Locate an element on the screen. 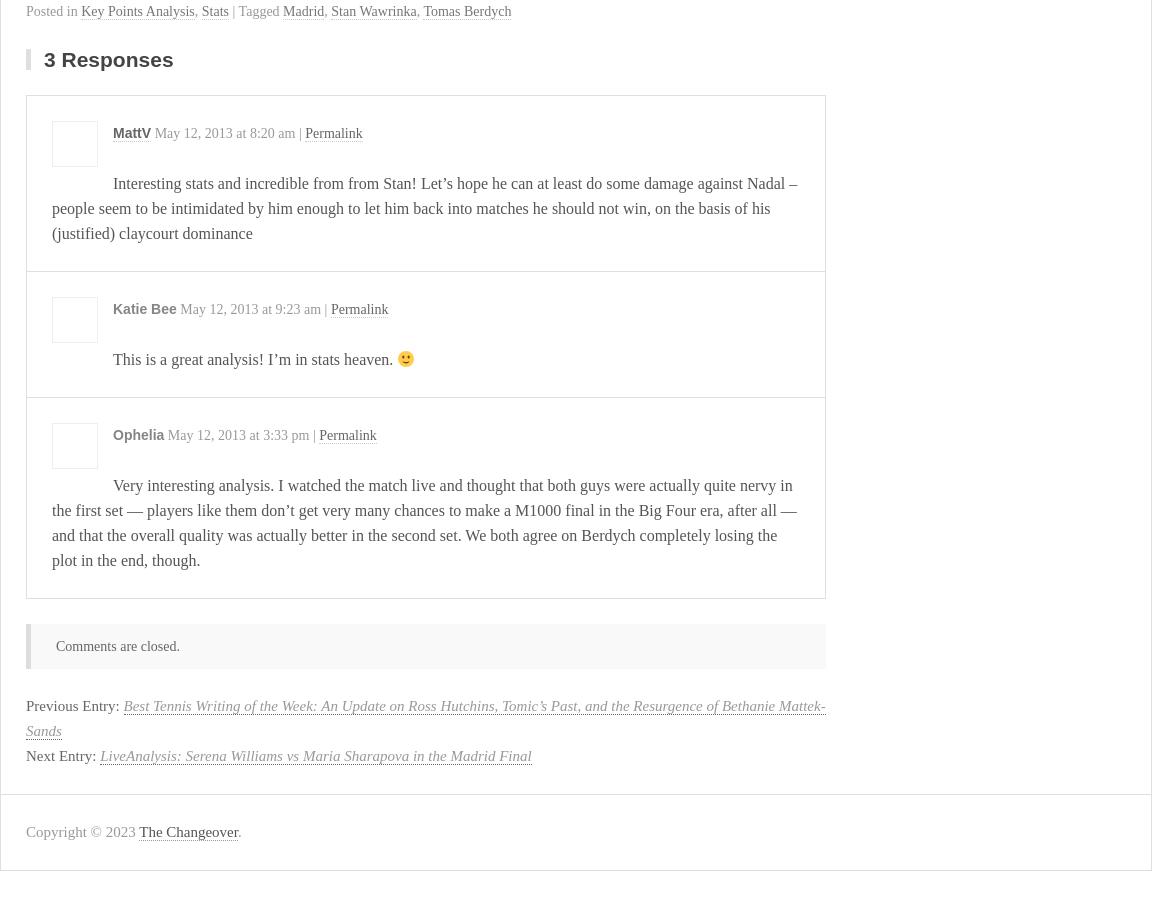 This screenshot has width=1152, height=917. 'This is a great analysis! I’m in stats heaven.' is located at coordinates (112, 358).